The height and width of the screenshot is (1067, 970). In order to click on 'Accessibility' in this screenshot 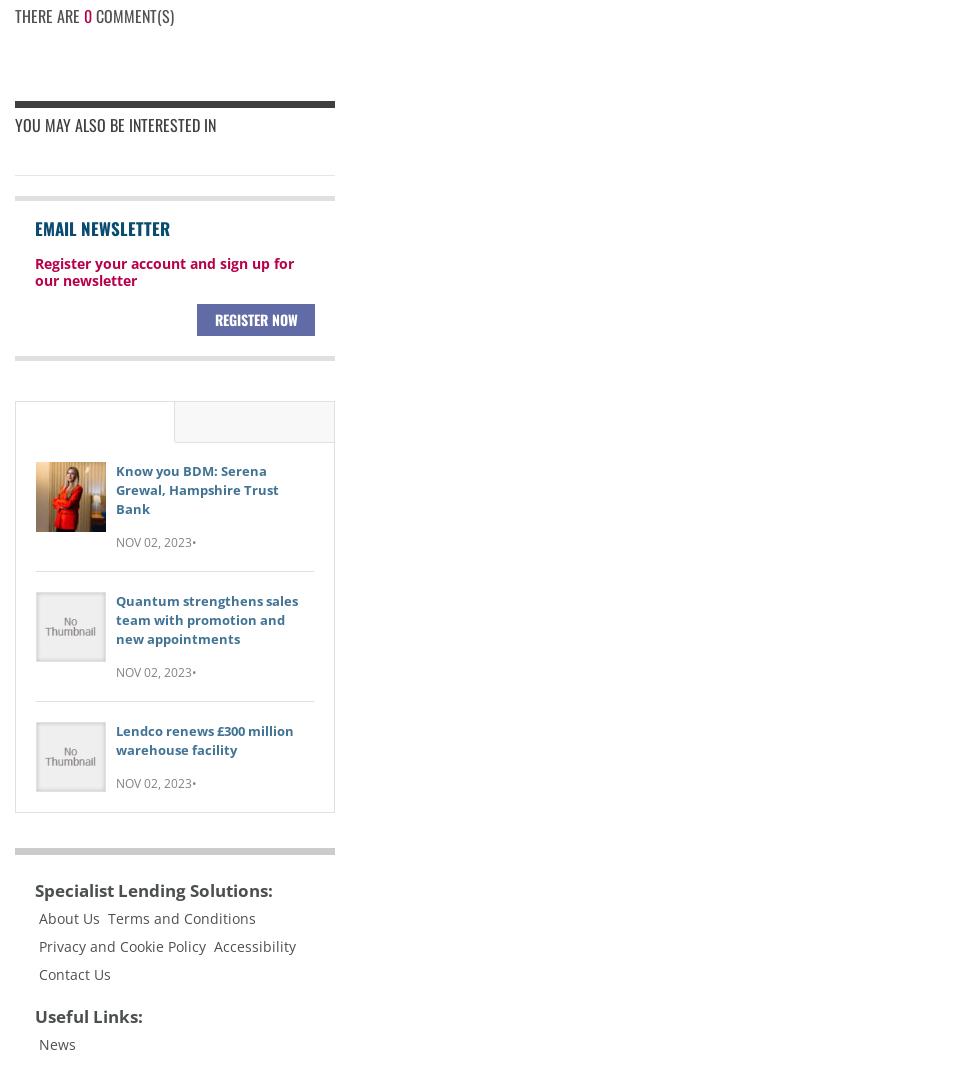, I will do `click(254, 945)`.